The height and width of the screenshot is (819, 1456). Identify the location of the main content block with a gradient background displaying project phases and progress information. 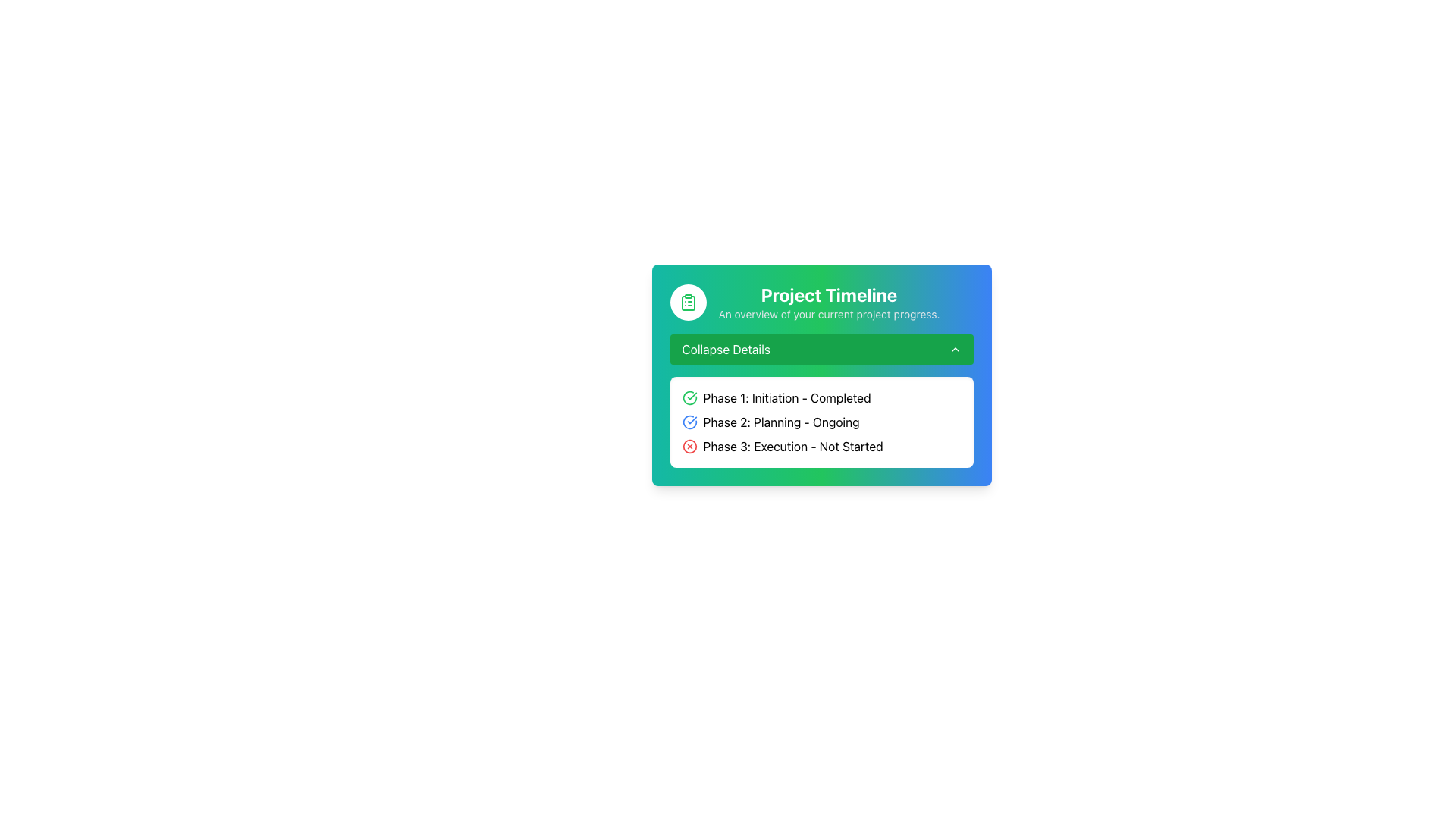
(821, 375).